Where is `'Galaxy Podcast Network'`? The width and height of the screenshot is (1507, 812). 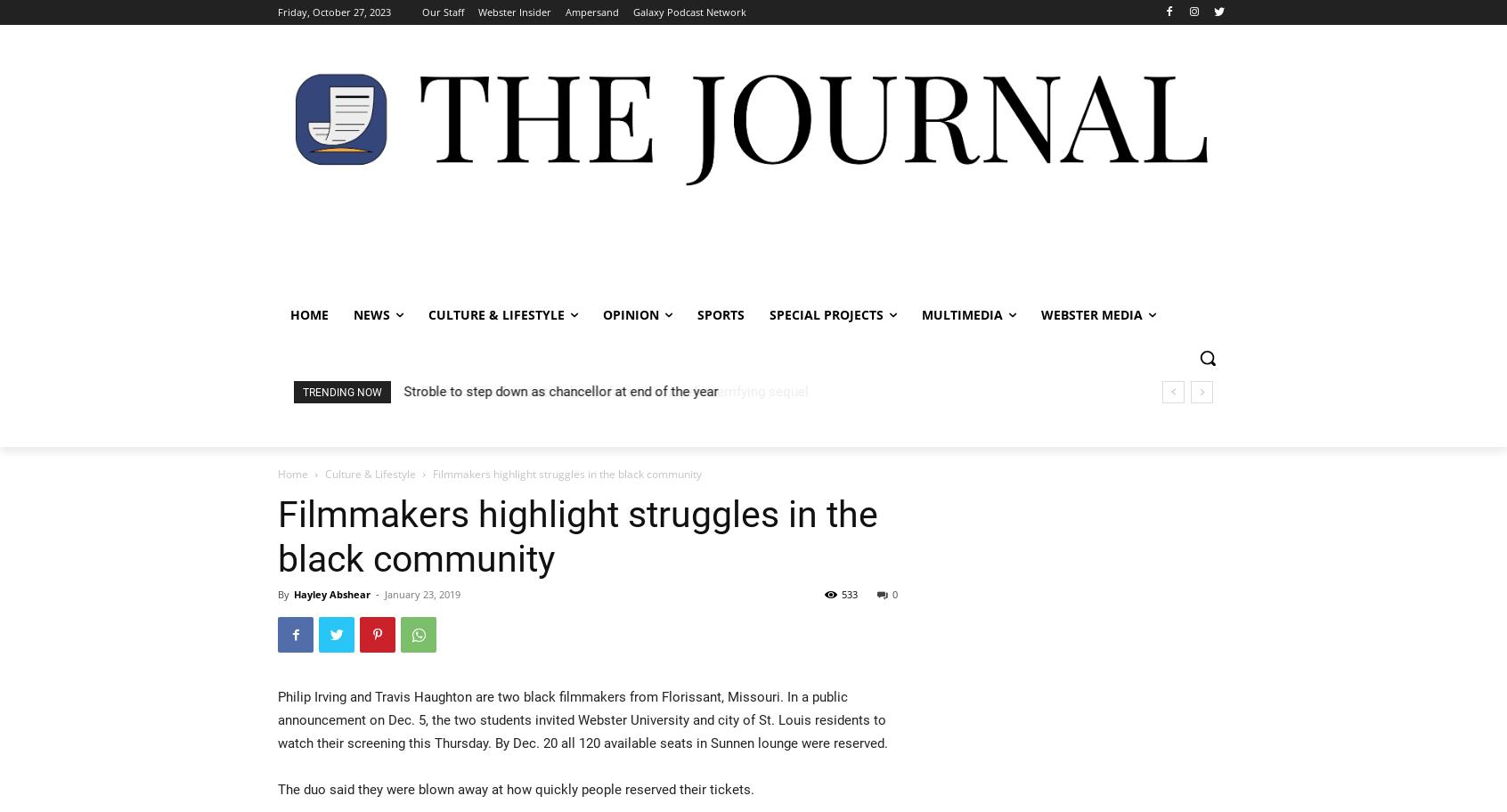
'Galaxy Podcast Network' is located at coordinates (631, 12).